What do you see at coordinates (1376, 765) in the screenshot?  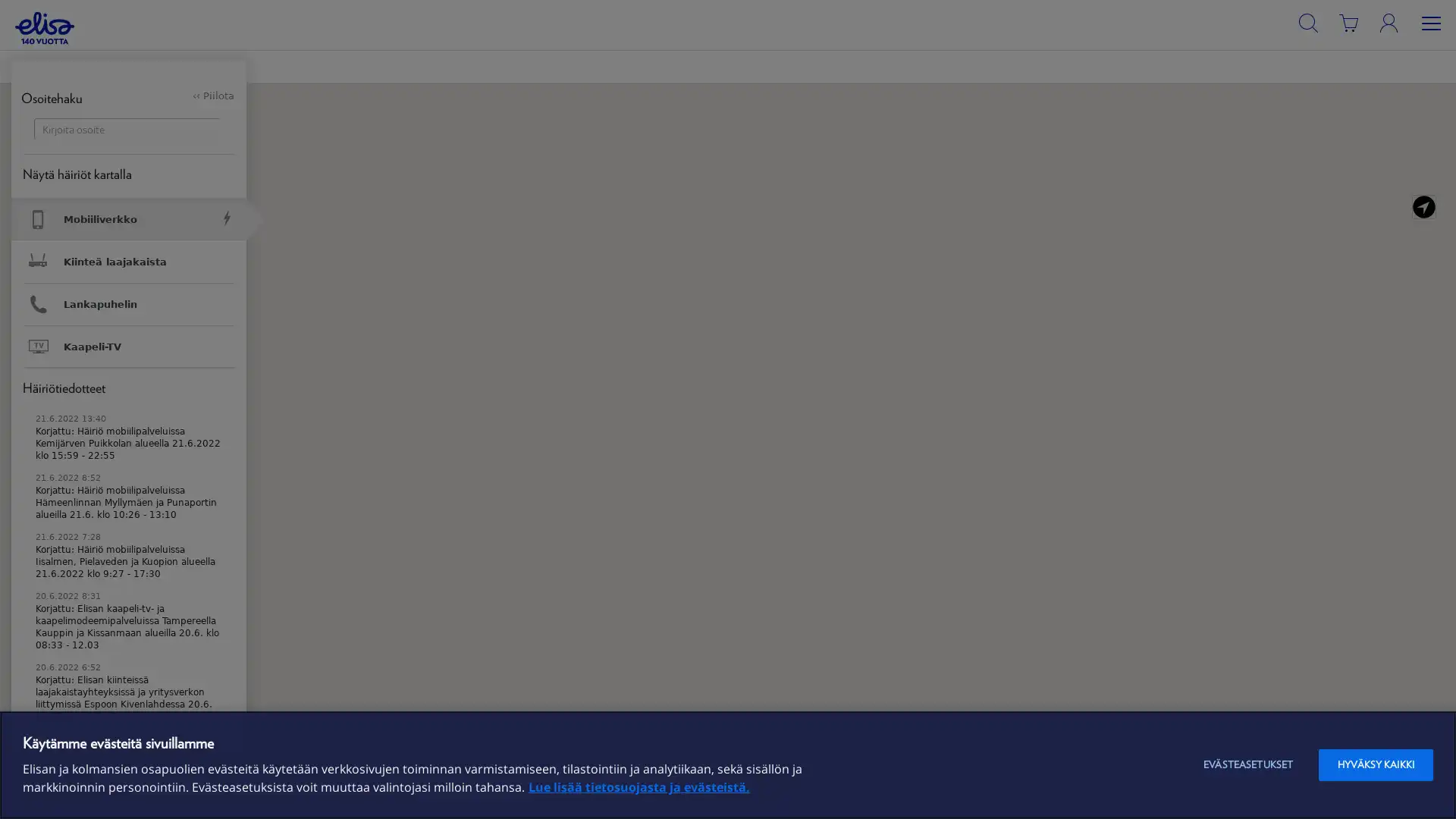 I see `HYVAKSY KAIKKI` at bounding box center [1376, 765].